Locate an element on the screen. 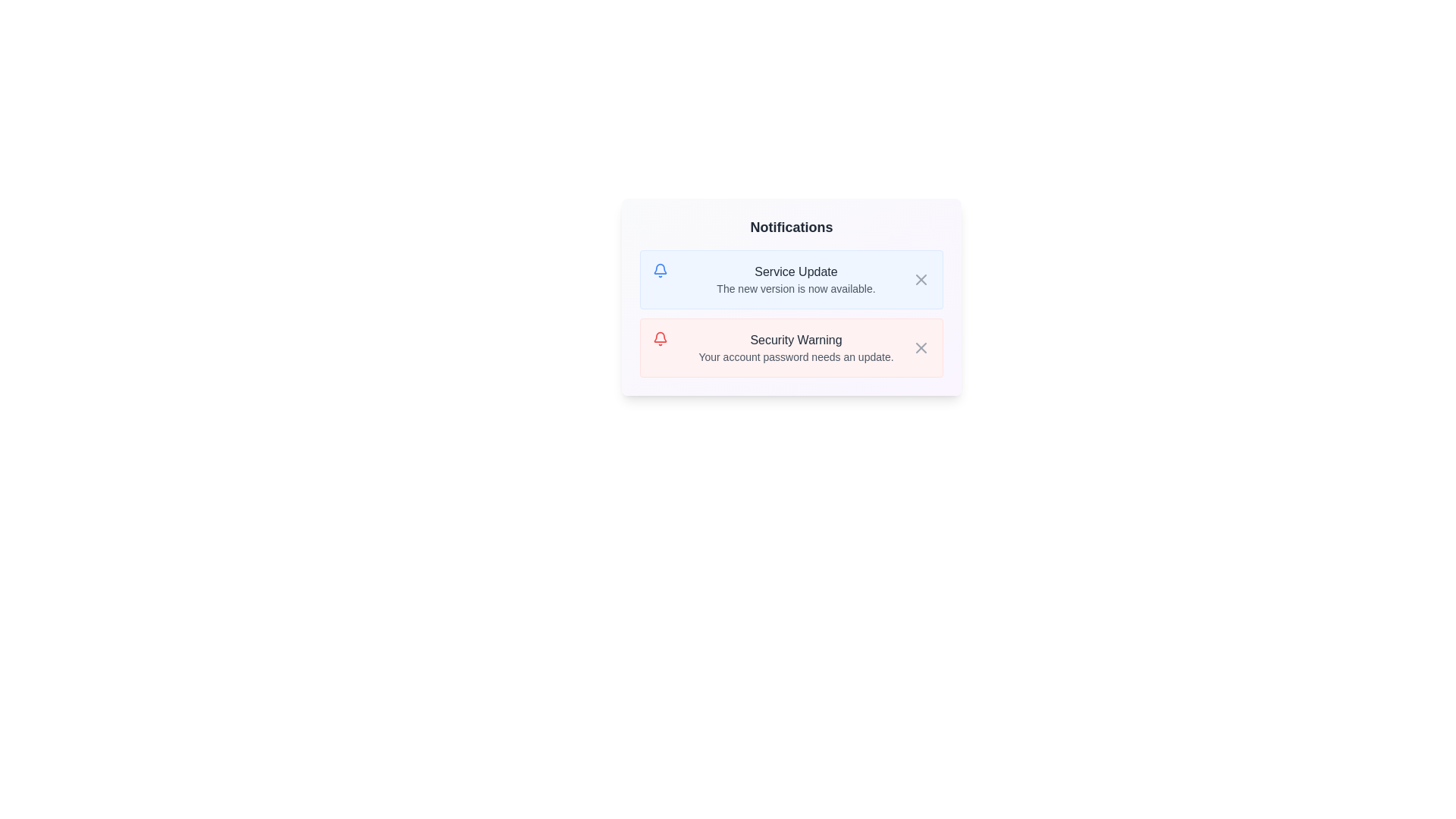 The width and height of the screenshot is (1456, 819). the blue bell icon located in the top-left of the notification panel is located at coordinates (660, 270).